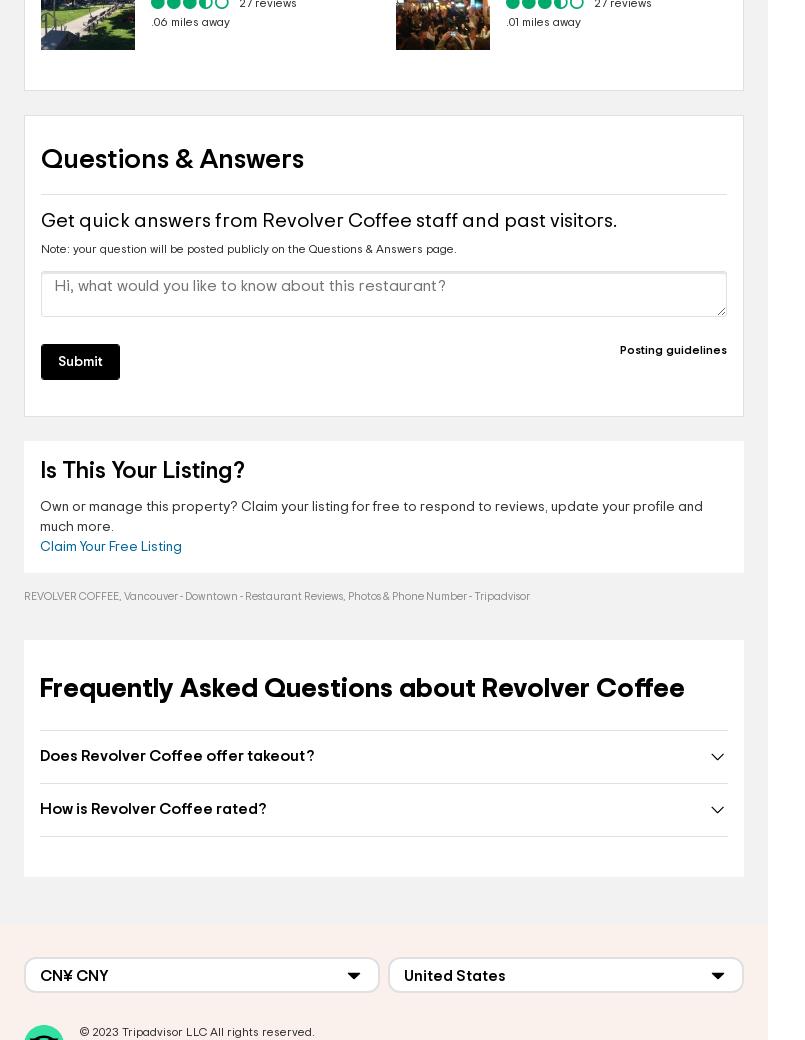 The width and height of the screenshot is (805, 1040). What do you see at coordinates (163, 1031) in the screenshot?
I see `'Tripadvisor LLC'` at bounding box center [163, 1031].